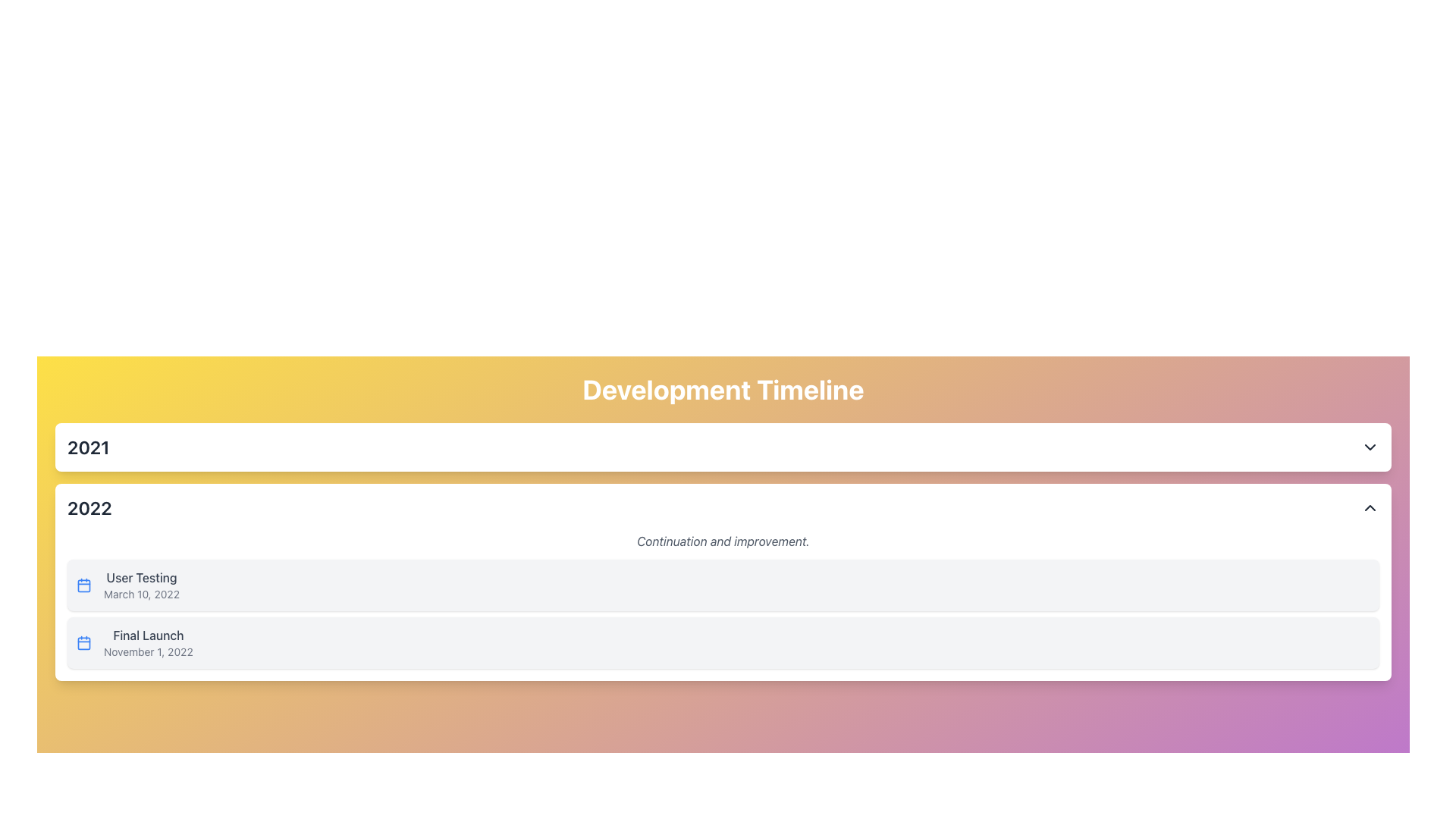  I want to click on the italicized gray text saying 'Continuation and improvement.' located within the '2022' section, which is positioned above the 'User Testing' and 'Final Launch' subsections, so click(723, 540).